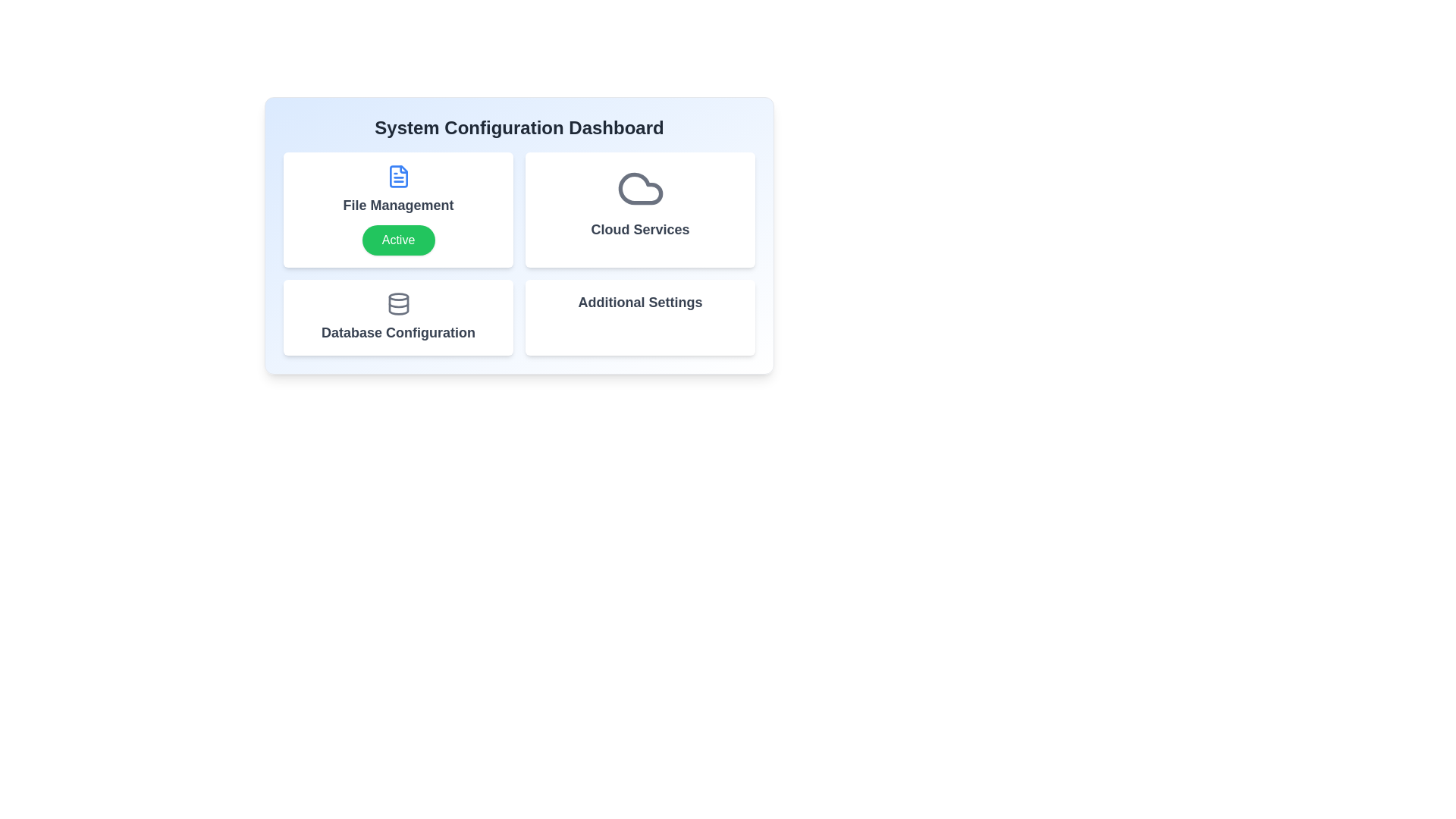  What do you see at coordinates (398, 332) in the screenshot?
I see `the text label that serves as the header for the 'Database Configuration' module, located in the lower left quadrant of the dashboard's main content area, directly below the database icon` at bounding box center [398, 332].